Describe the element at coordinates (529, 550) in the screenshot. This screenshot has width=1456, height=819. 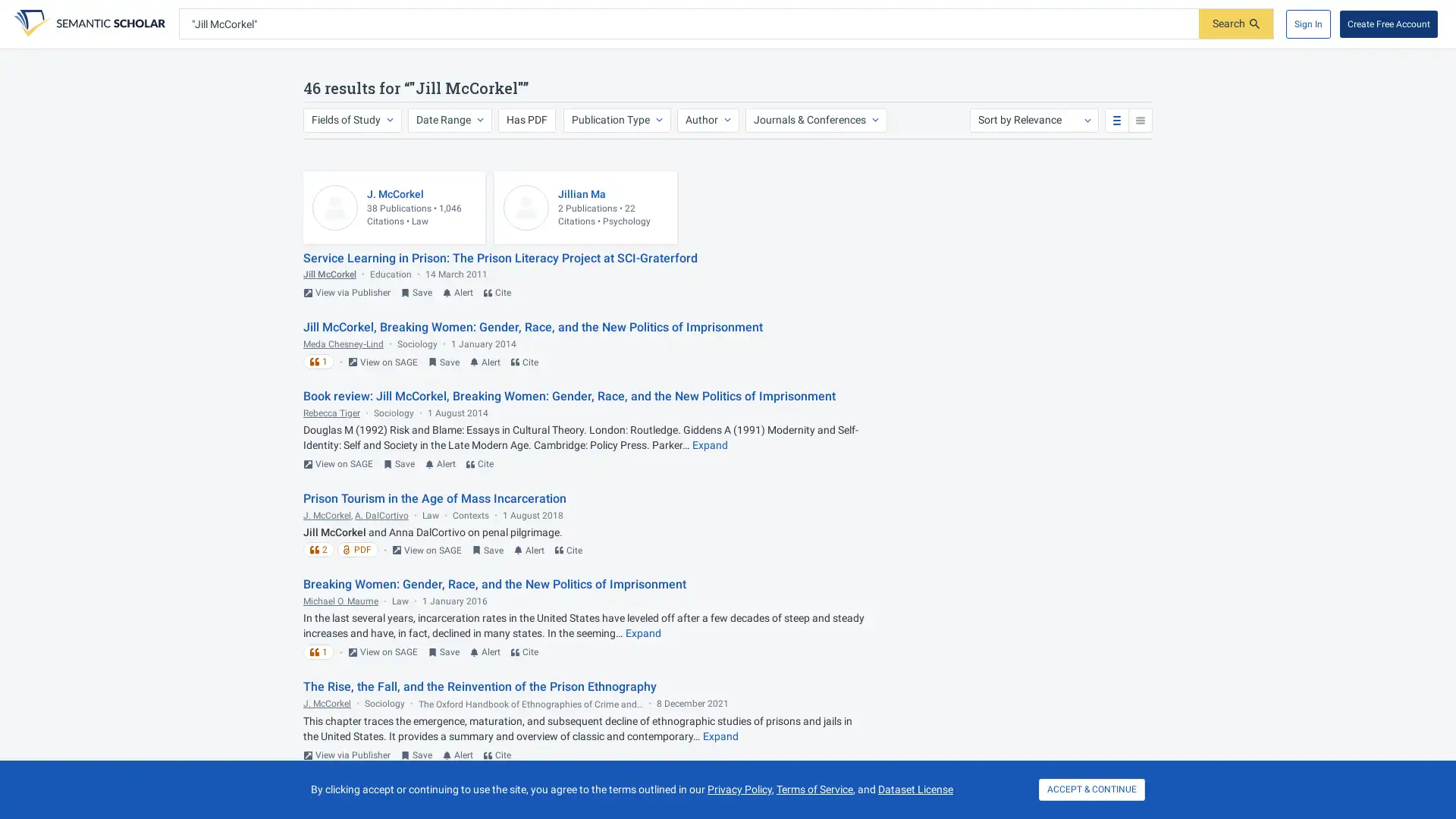
I see `Turn on email alert for this paper` at that location.